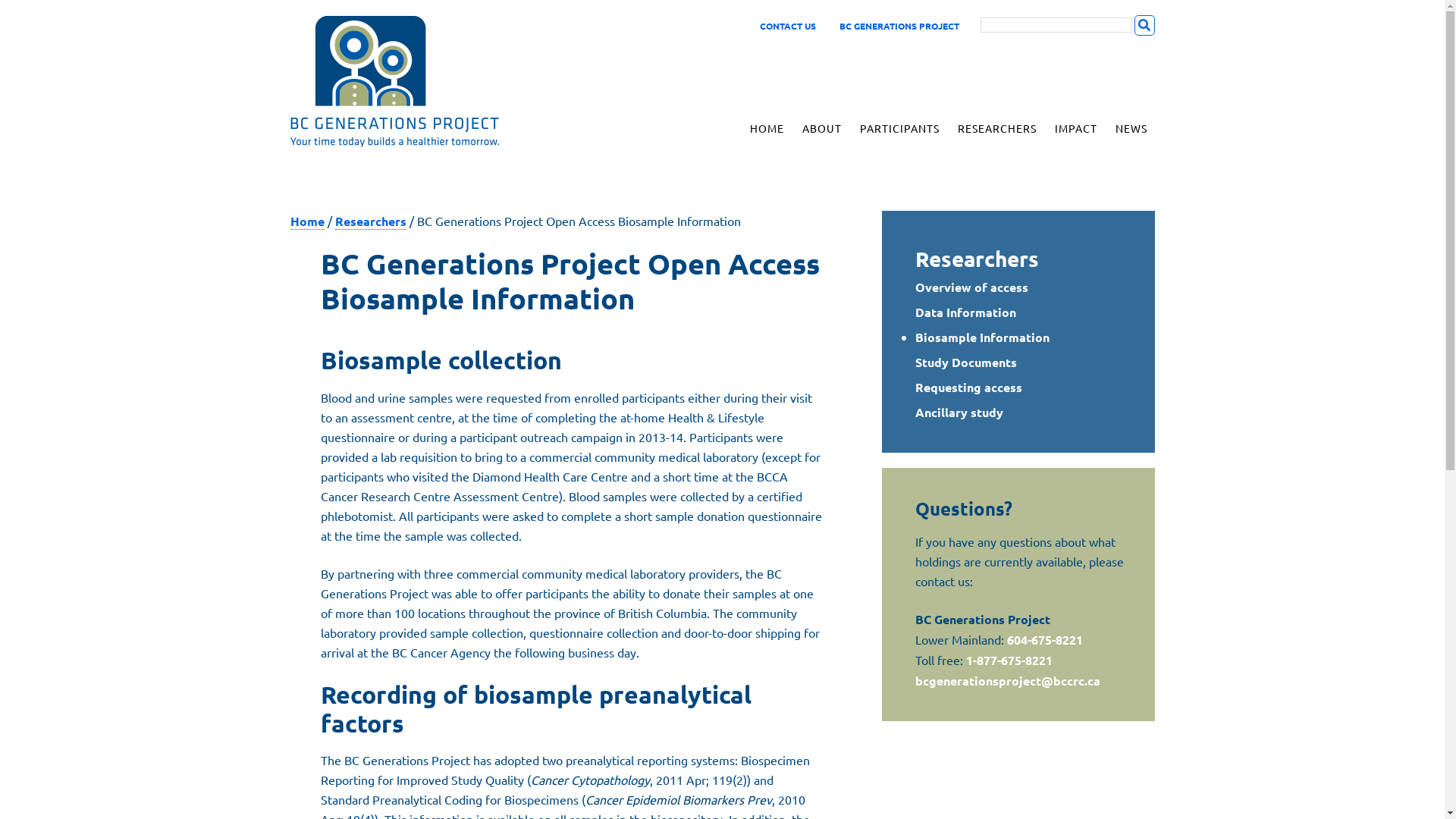 This screenshot has width=1456, height=819. Describe the element at coordinates (1131, 127) in the screenshot. I see `'NEWS'` at that location.